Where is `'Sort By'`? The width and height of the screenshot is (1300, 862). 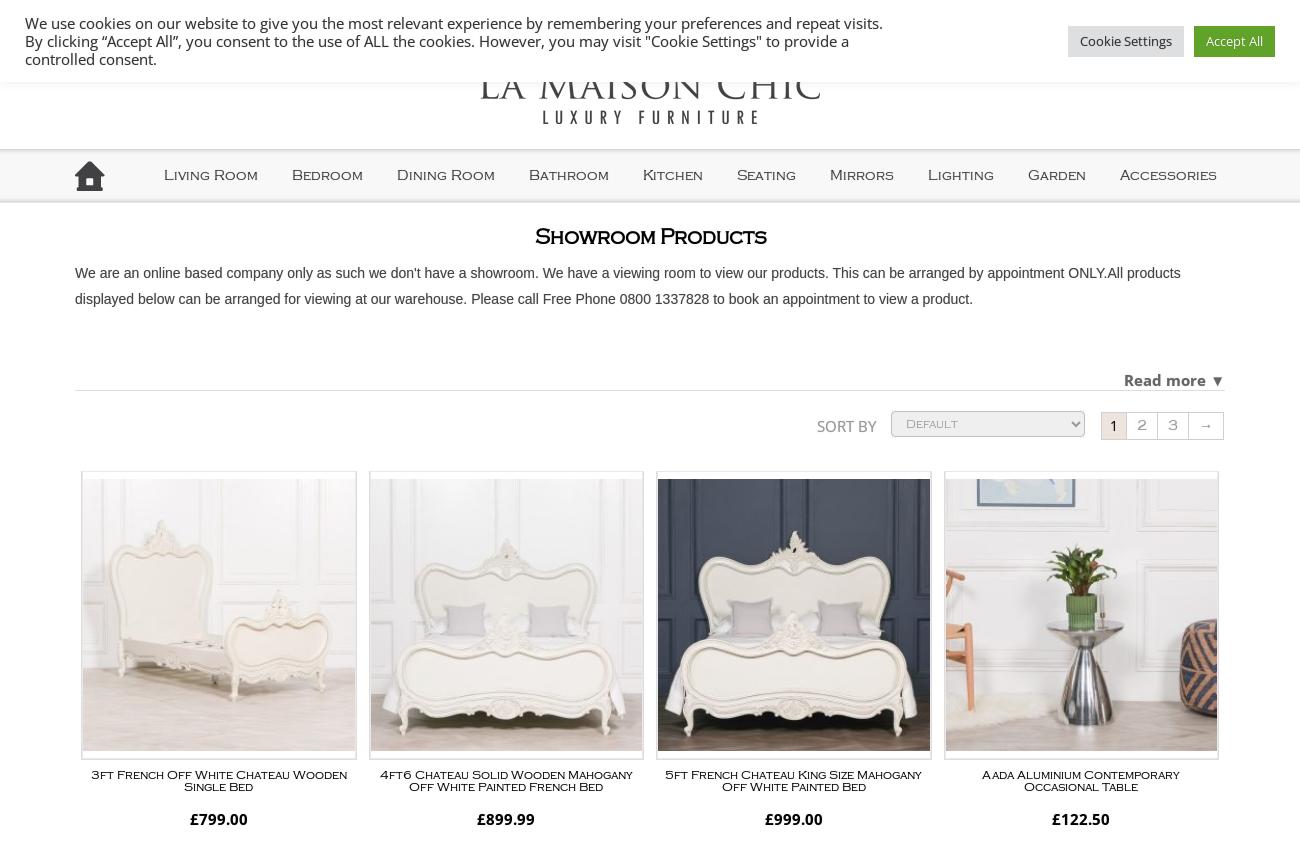 'Sort By' is located at coordinates (846, 425).